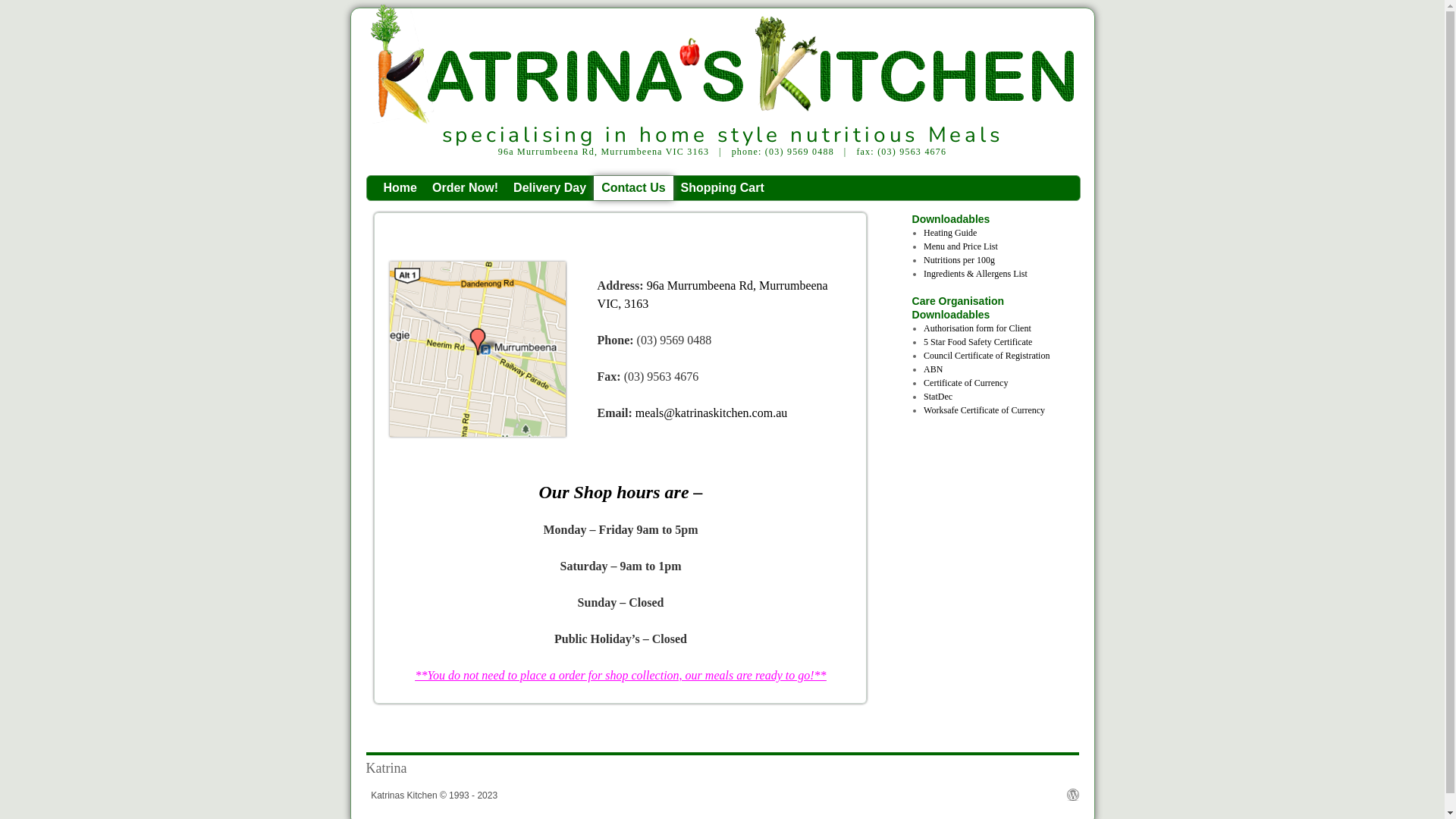  I want to click on 'Powered by WordPress', so click(1072, 794).